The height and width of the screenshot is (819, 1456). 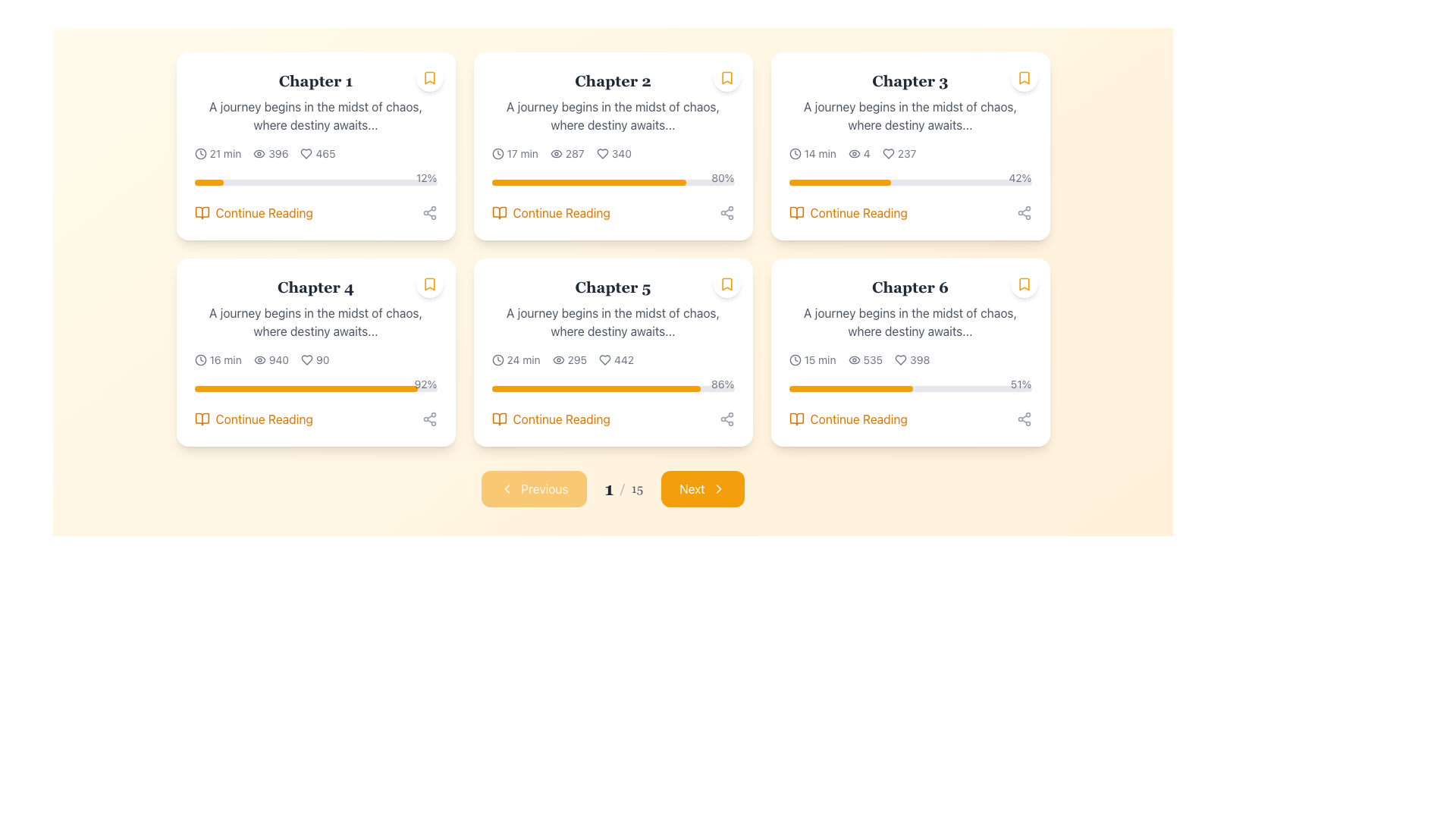 What do you see at coordinates (910, 419) in the screenshot?
I see `the 'Continue Reading' button, which is styled in amber and located at the bottom of the Chapter 6 panel` at bounding box center [910, 419].